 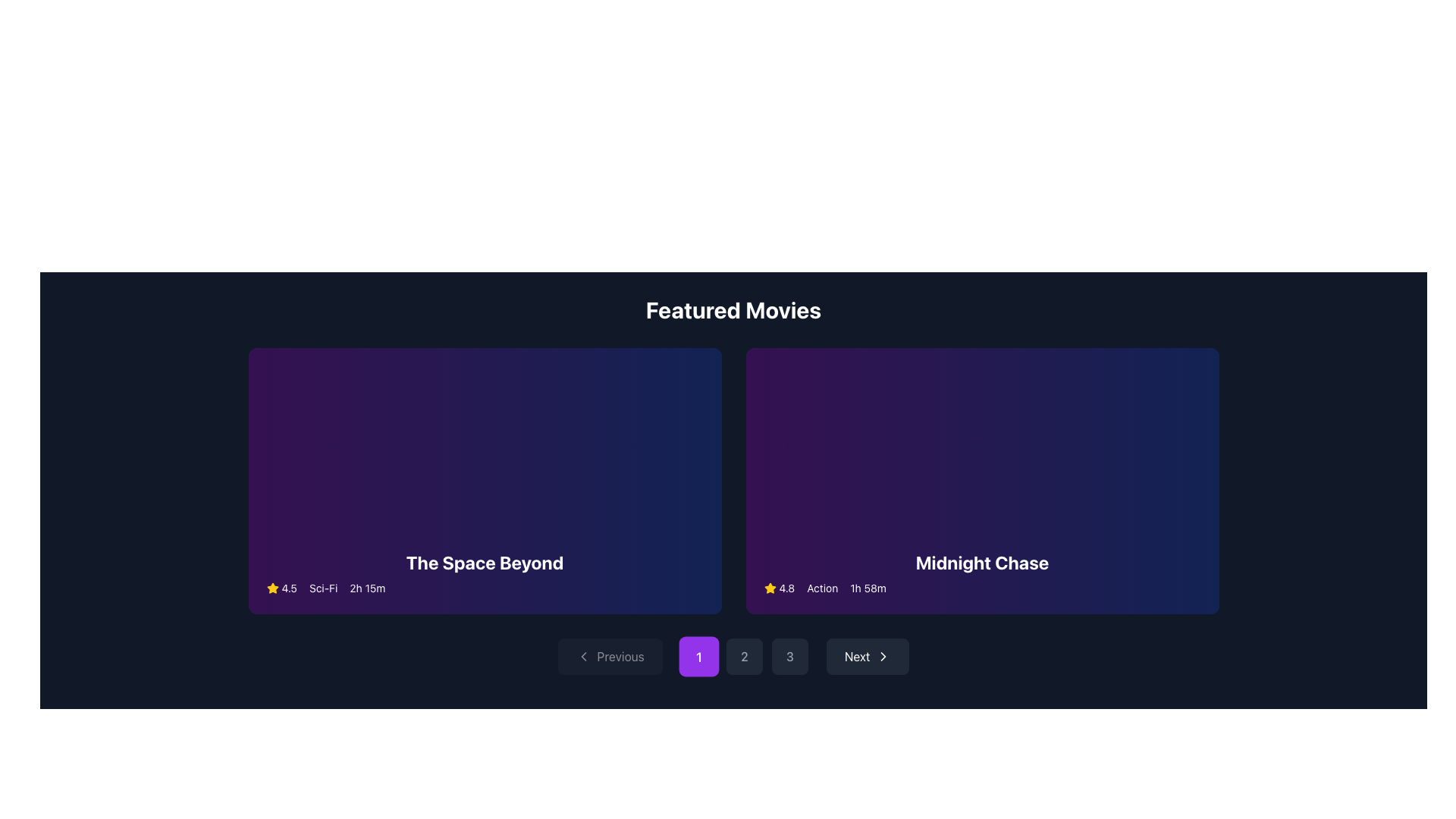 I want to click on the text label element displaying the title 'Midnight Chase' located in the rightmost card of the 'Featured Movies' section, so click(x=982, y=562).